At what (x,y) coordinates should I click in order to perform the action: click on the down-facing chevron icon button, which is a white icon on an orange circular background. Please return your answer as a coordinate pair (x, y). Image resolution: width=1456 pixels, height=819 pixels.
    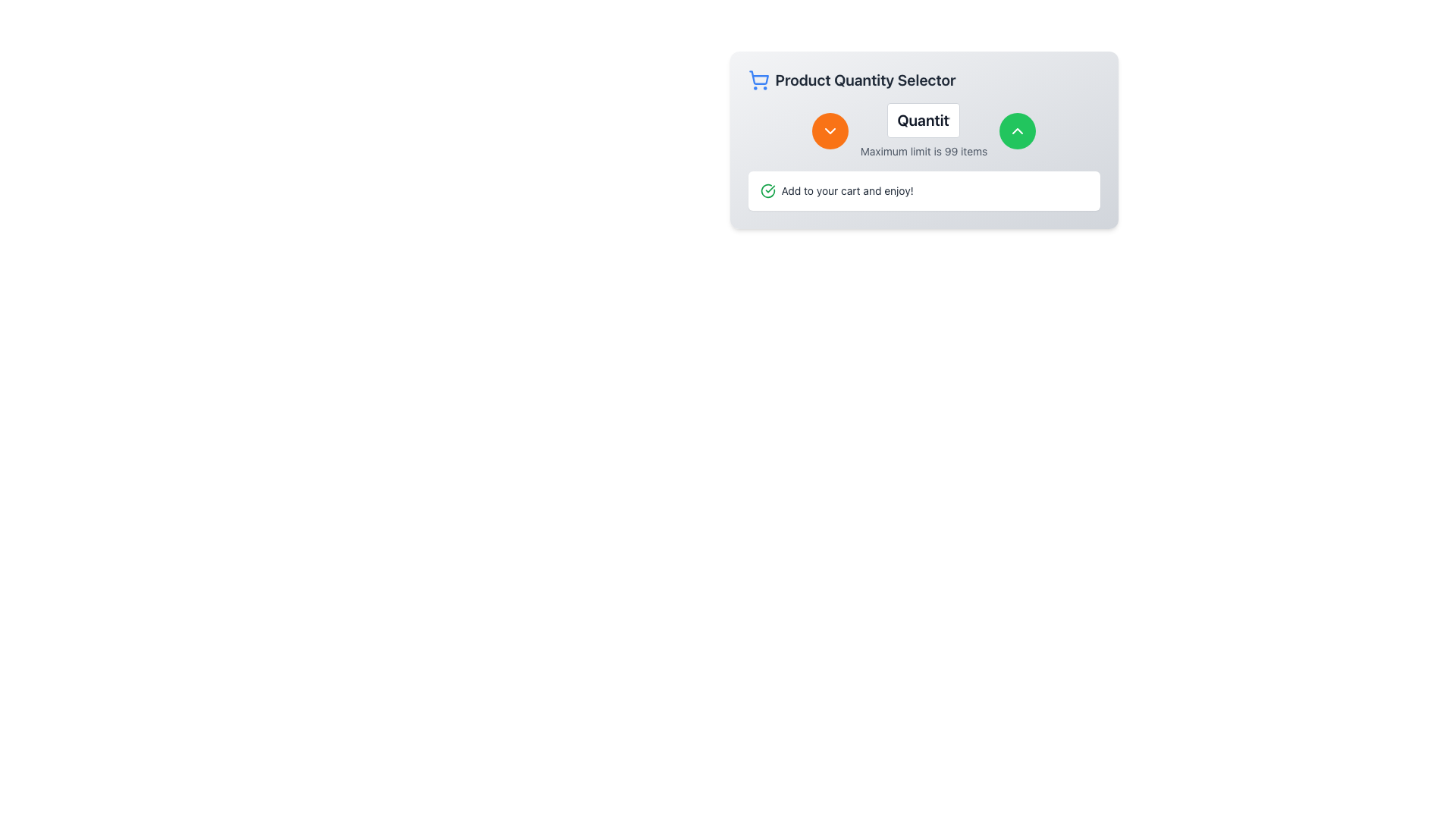
    Looking at the image, I should click on (829, 130).